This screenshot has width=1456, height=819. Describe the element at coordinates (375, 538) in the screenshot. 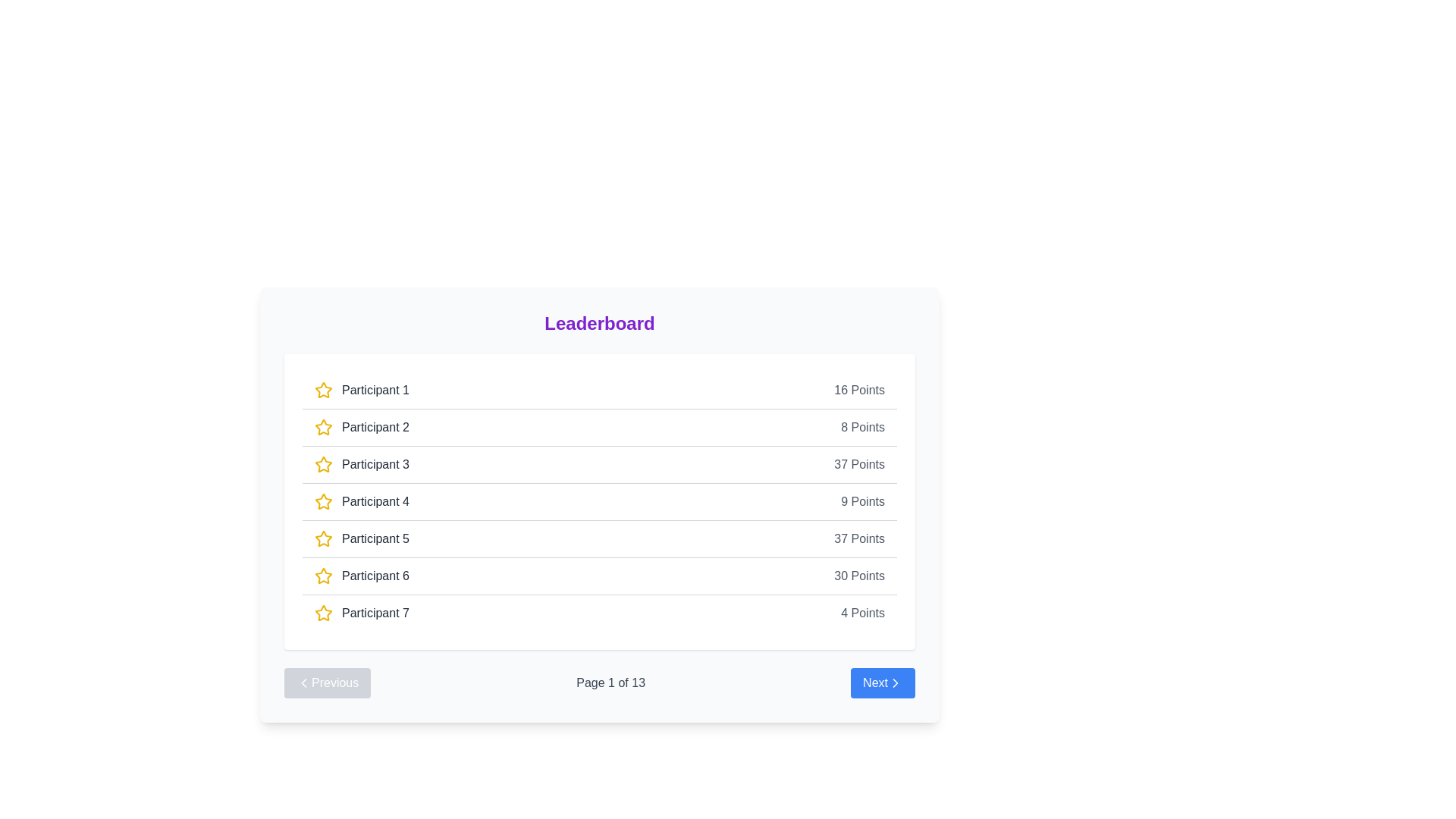

I see `the text label 'Participant 5' to trigger the tooltip display, which is located next to the yellow star icon in the fifth row of the leaderboard` at that location.